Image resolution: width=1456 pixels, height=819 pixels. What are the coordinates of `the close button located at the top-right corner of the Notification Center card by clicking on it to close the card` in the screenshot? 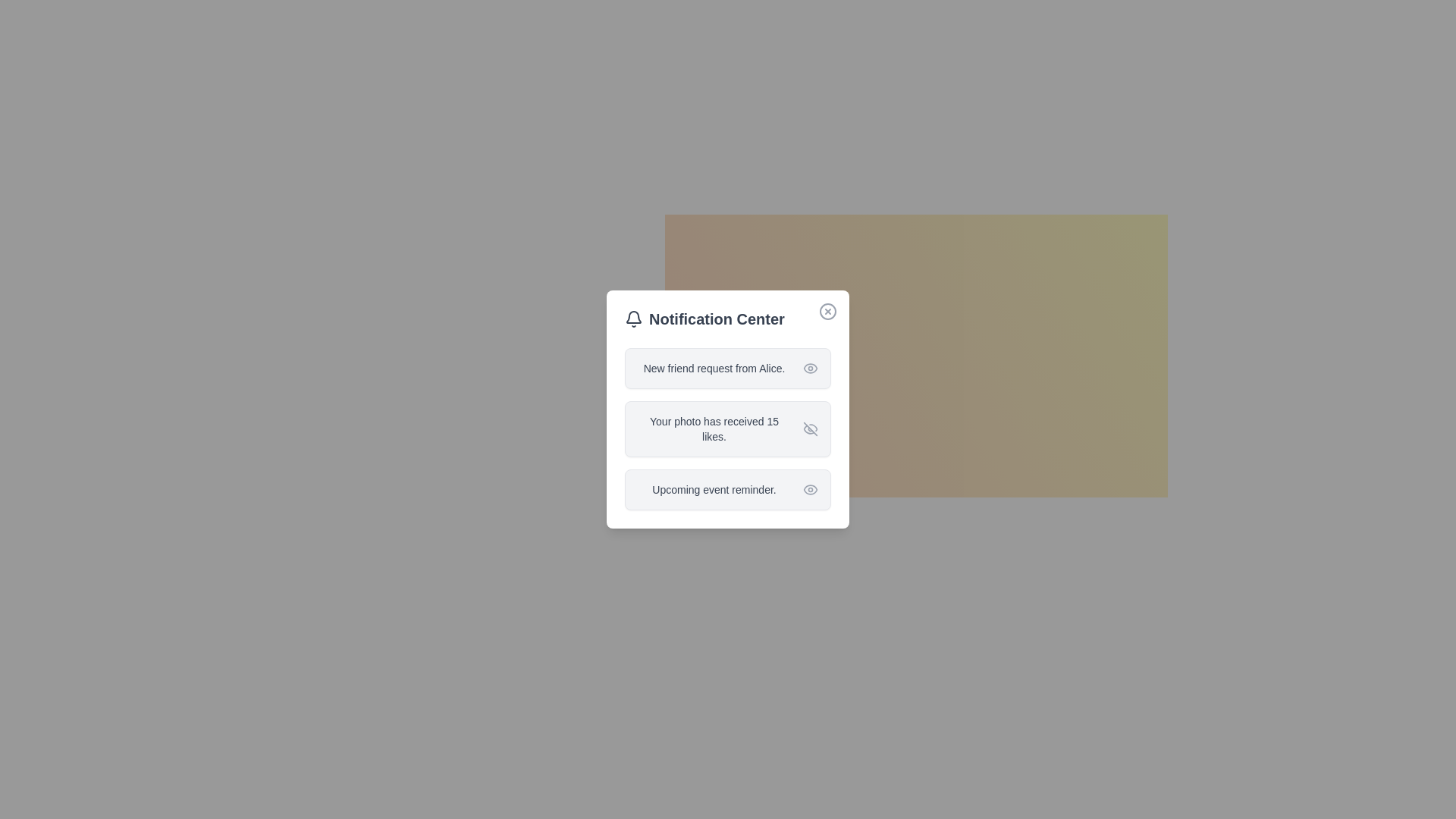 It's located at (827, 311).